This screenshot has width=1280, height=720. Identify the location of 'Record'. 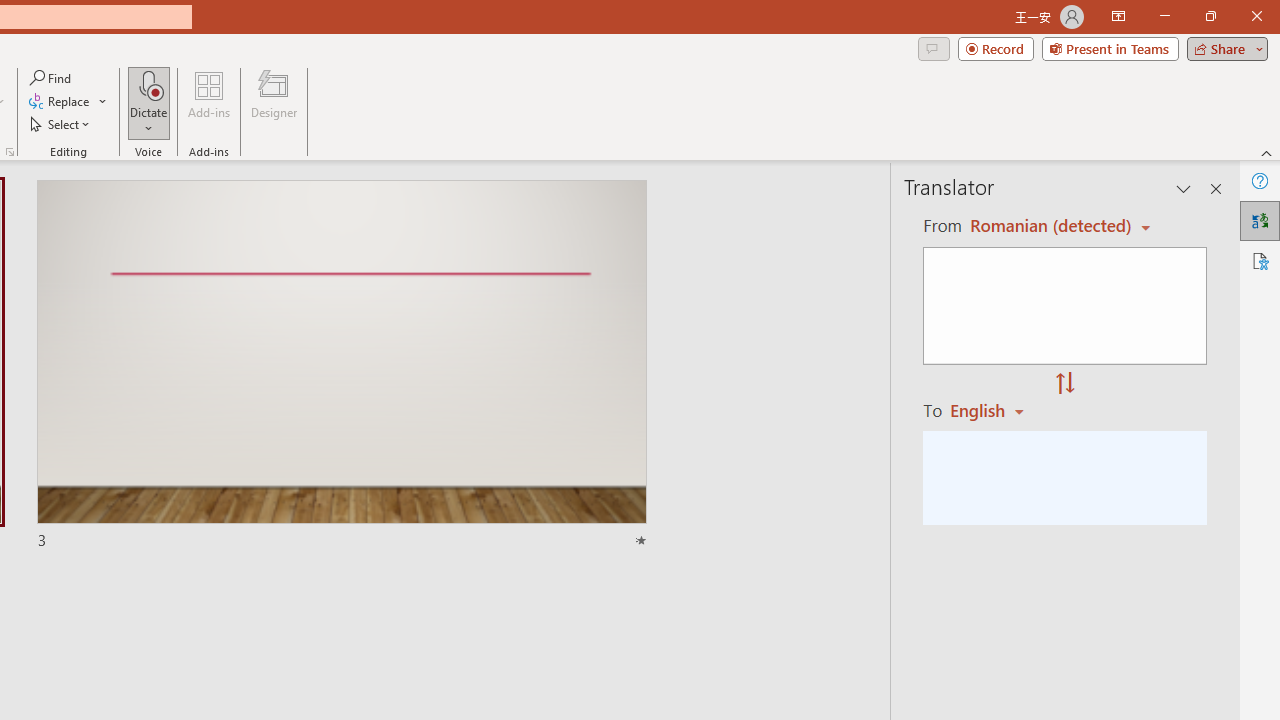
(995, 47).